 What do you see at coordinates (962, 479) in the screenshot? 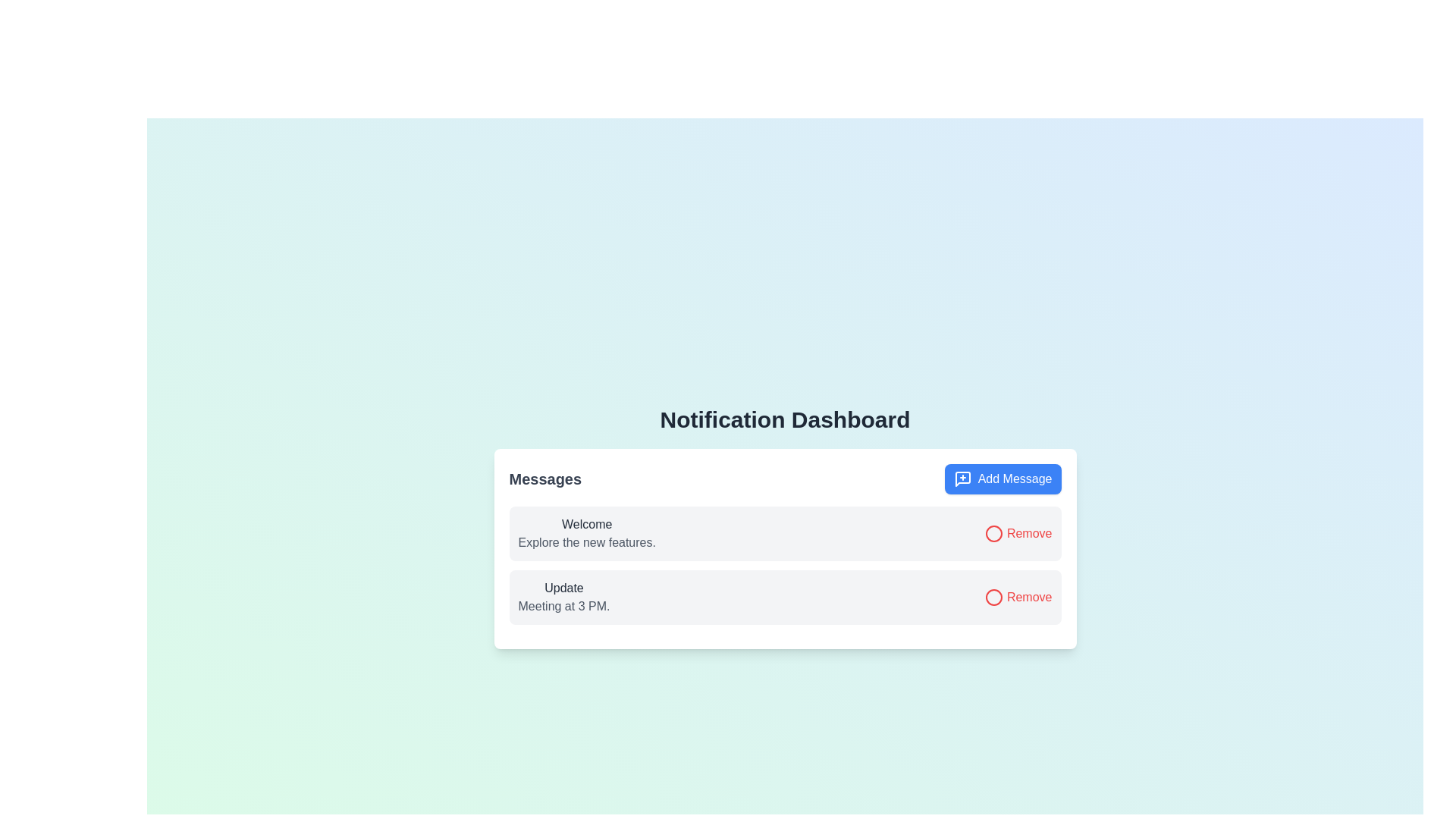
I see `the speech bubble icon with a plus sign inside, which is styled in white with a blue background, located within the 'Add Message' button at the top-right corner of the 'Messages' section` at bounding box center [962, 479].